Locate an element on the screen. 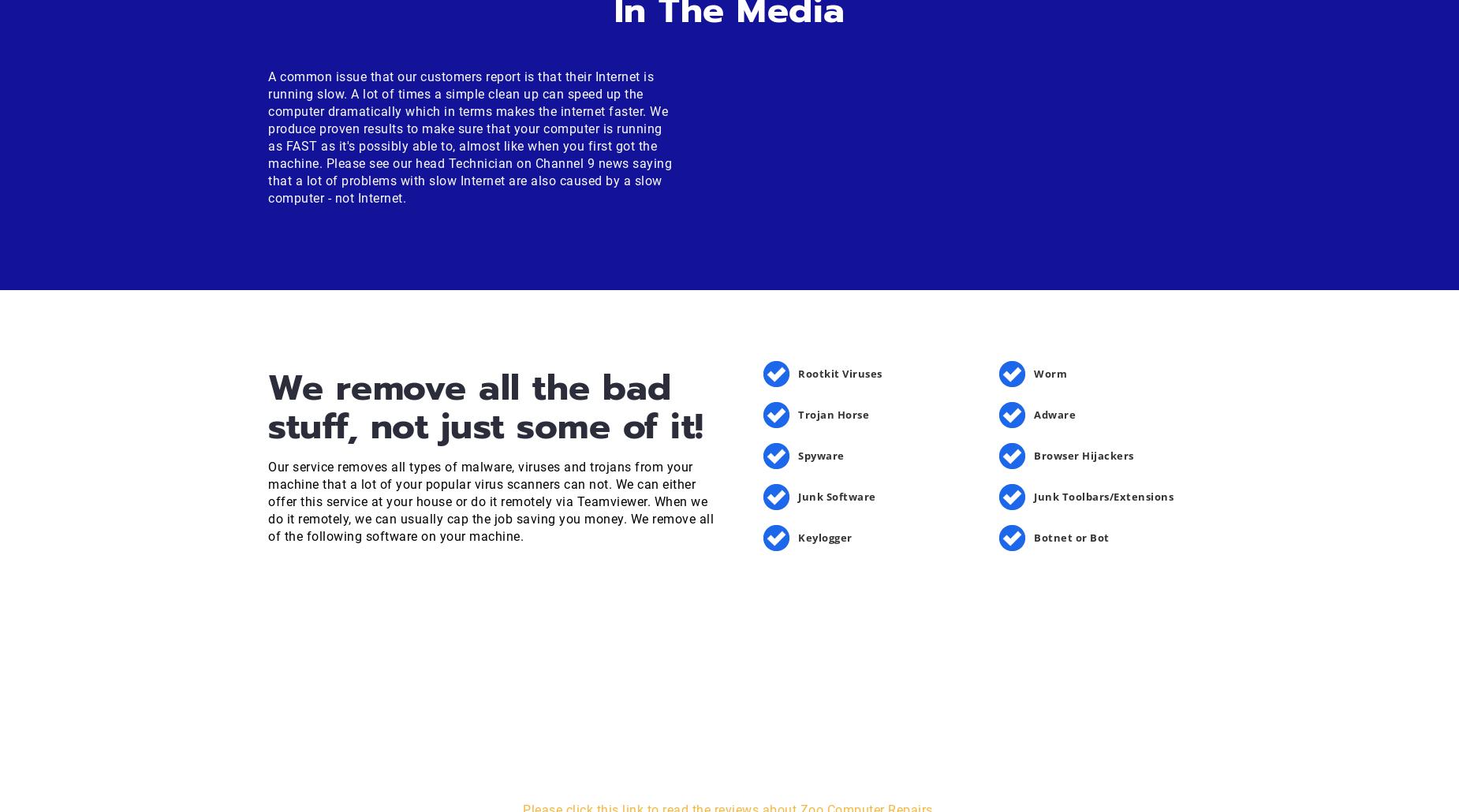 This screenshot has height=812, width=1459. 'Our service removes all types of malware, viruses and trojans from your machine that a lot of your popular virus scanners can not. We can either offer this service at your house or do it remotely via Teamviewer. When we do it remotely, we can usually cap the job saving you money. We remove all of the following software on your machine.' is located at coordinates (491, 500).